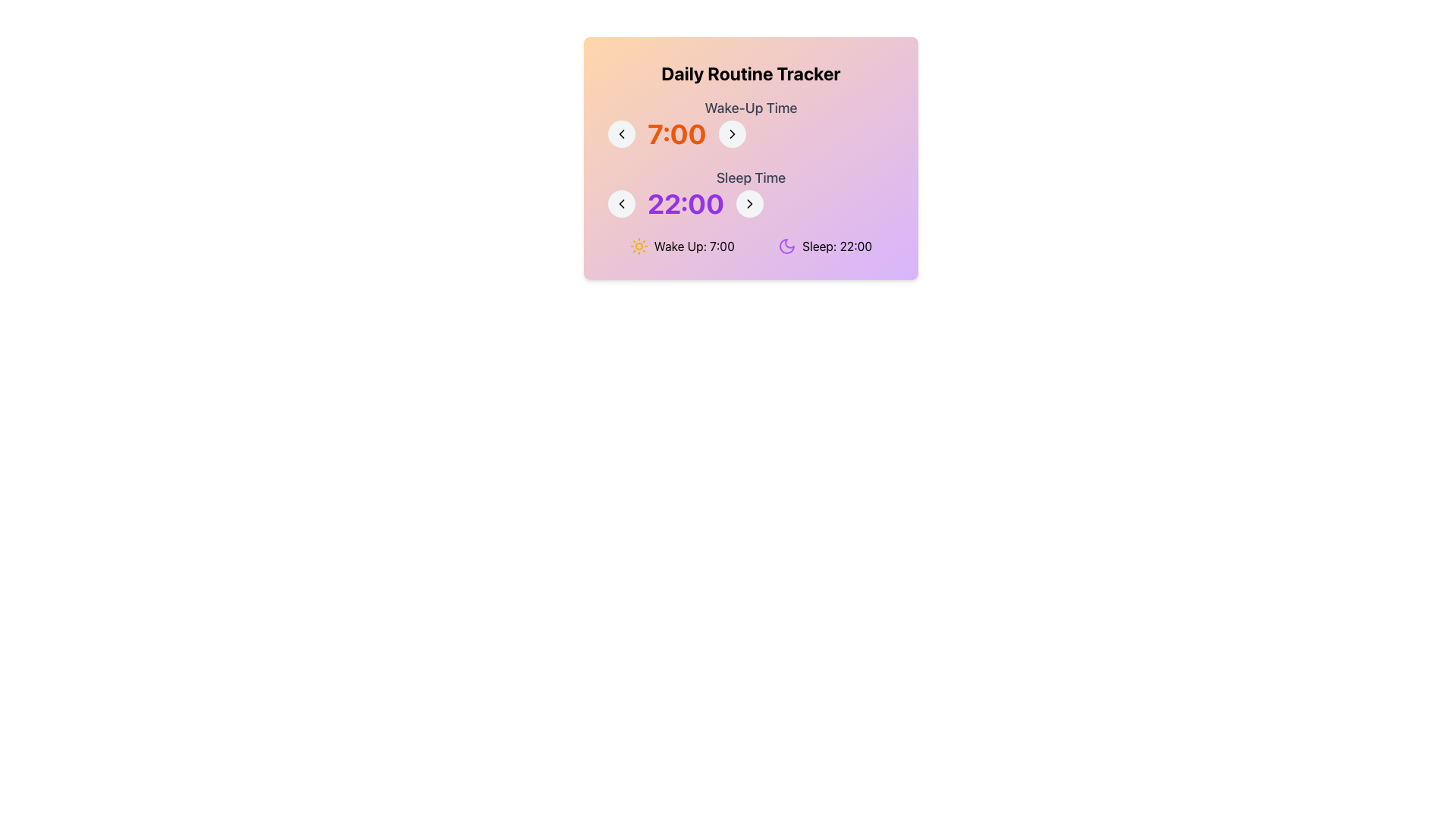 The height and width of the screenshot is (819, 1456). I want to click on the circular button with a light gray background and a left-facing chevron arrow to decrease the time value '22:00', so click(622, 203).